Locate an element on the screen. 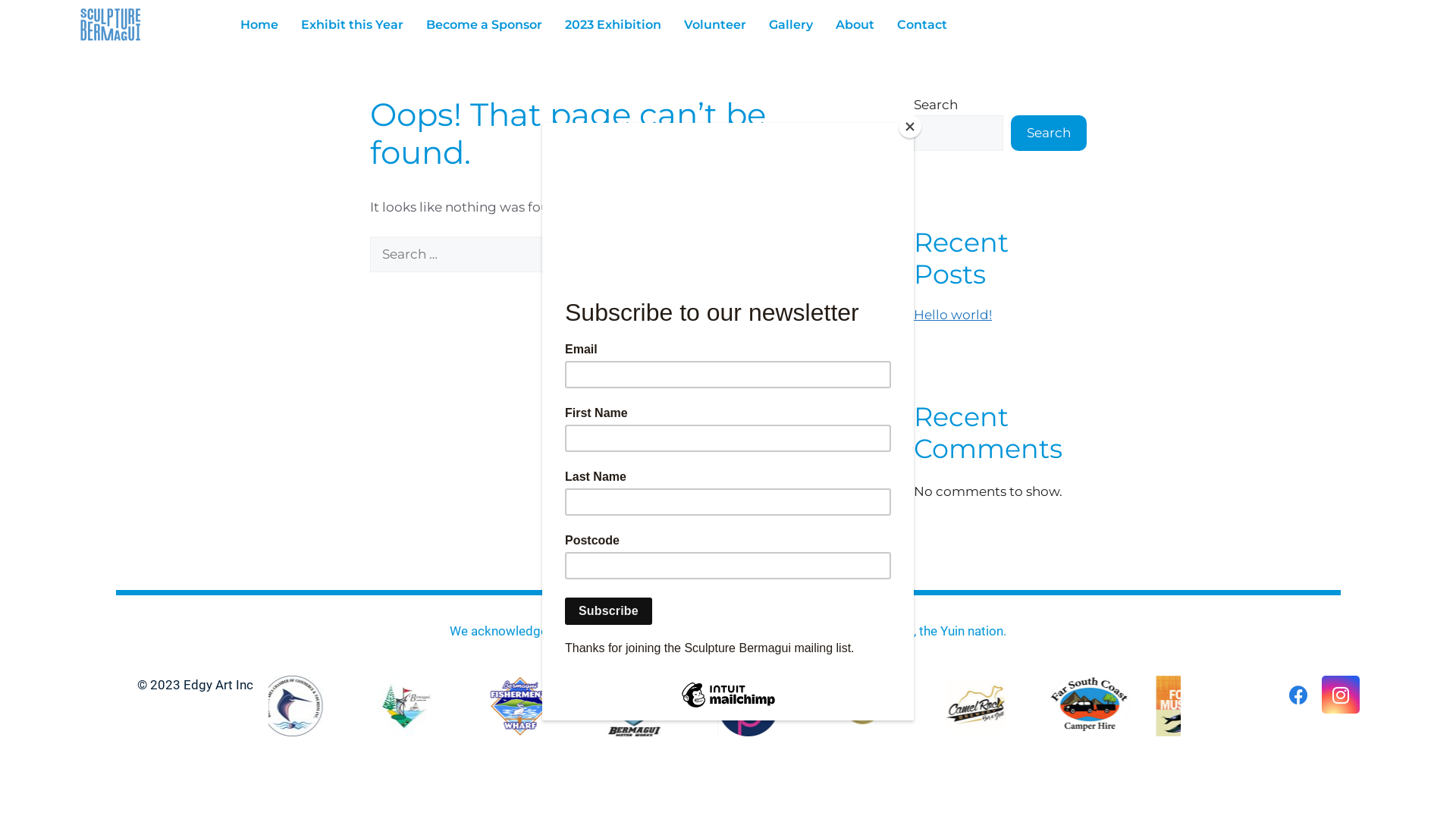  'Volunteer' is located at coordinates (714, 25).